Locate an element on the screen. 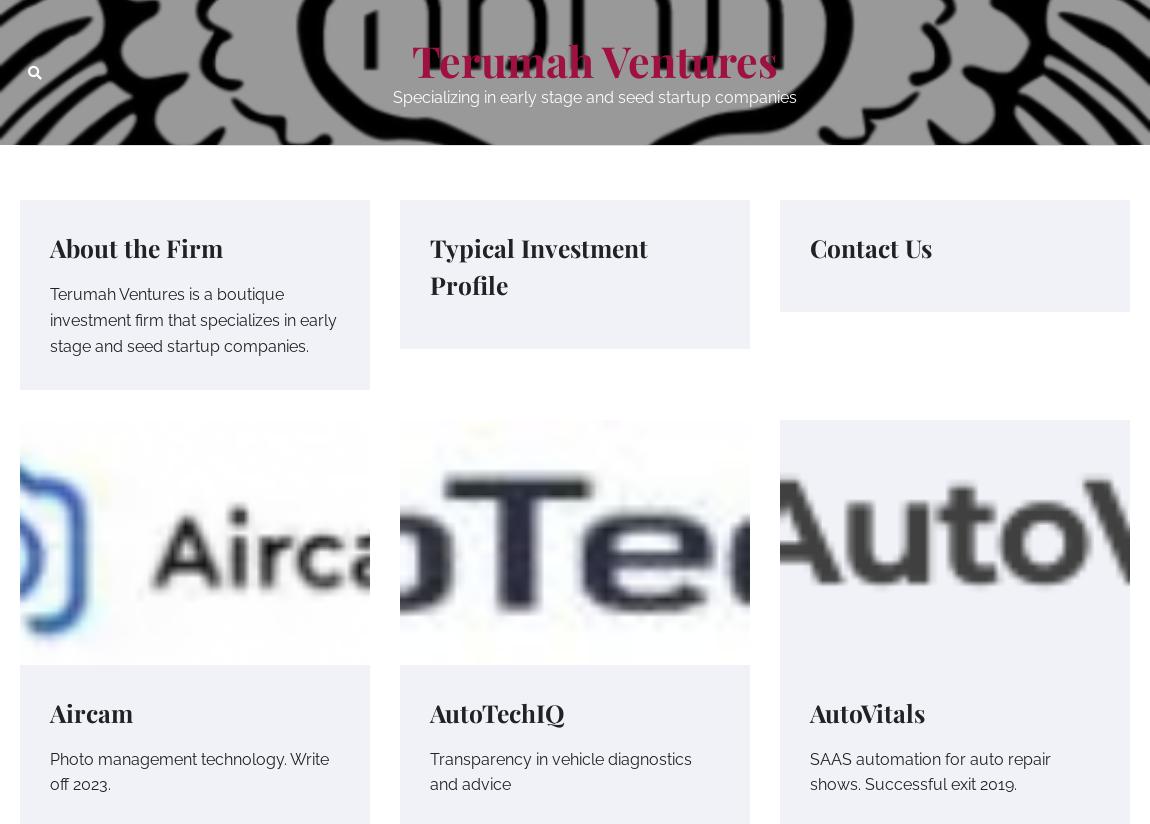 This screenshot has width=1150, height=824. 'Terumah Ventures is a boutique investment firm that specializes in early stage and seed startup companies.' is located at coordinates (192, 319).